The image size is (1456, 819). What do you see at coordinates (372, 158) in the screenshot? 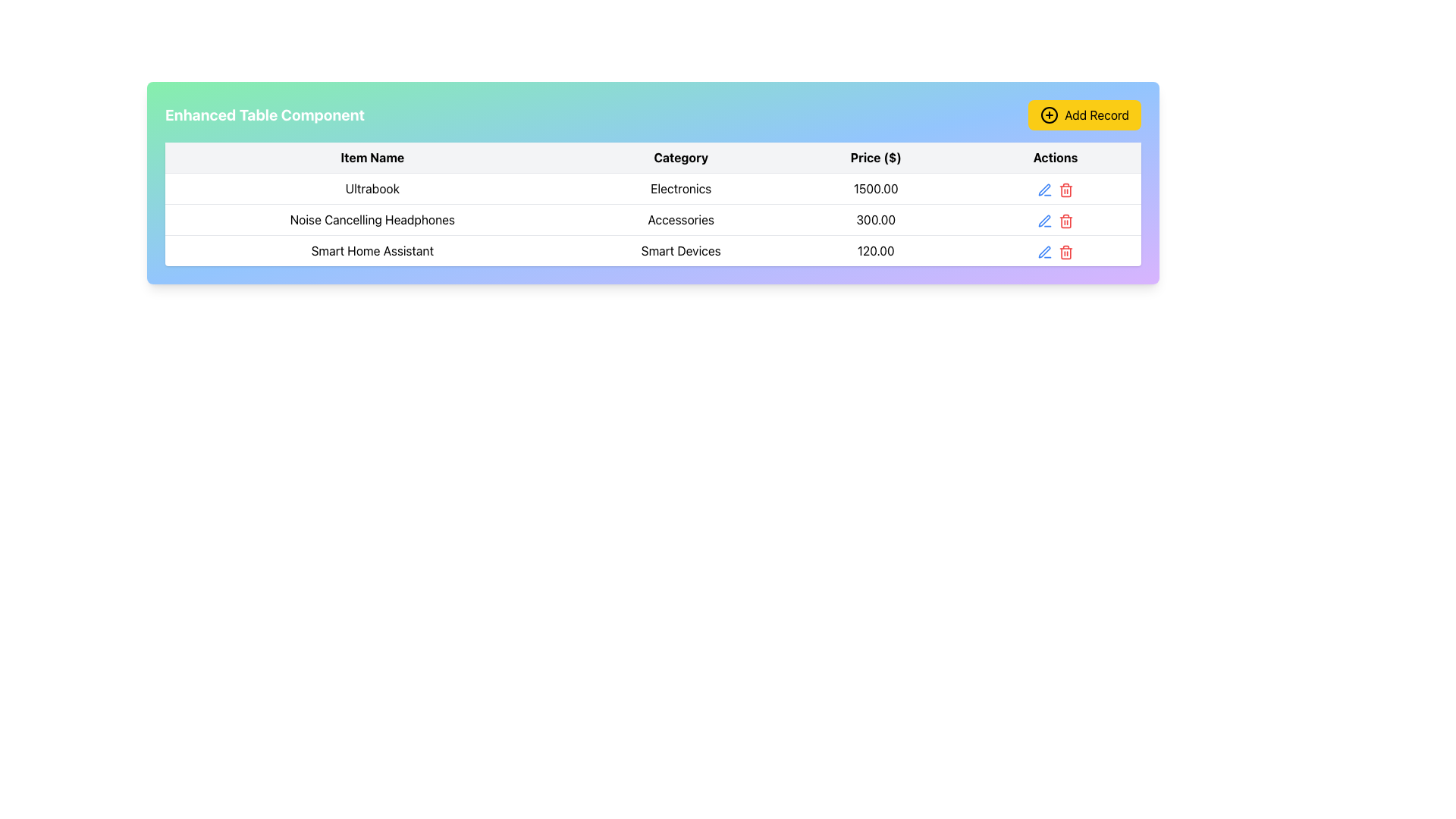
I see `the table header cell displaying the label 'Item Name', which is the first column header in the table's header row` at bounding box center [372, 158].